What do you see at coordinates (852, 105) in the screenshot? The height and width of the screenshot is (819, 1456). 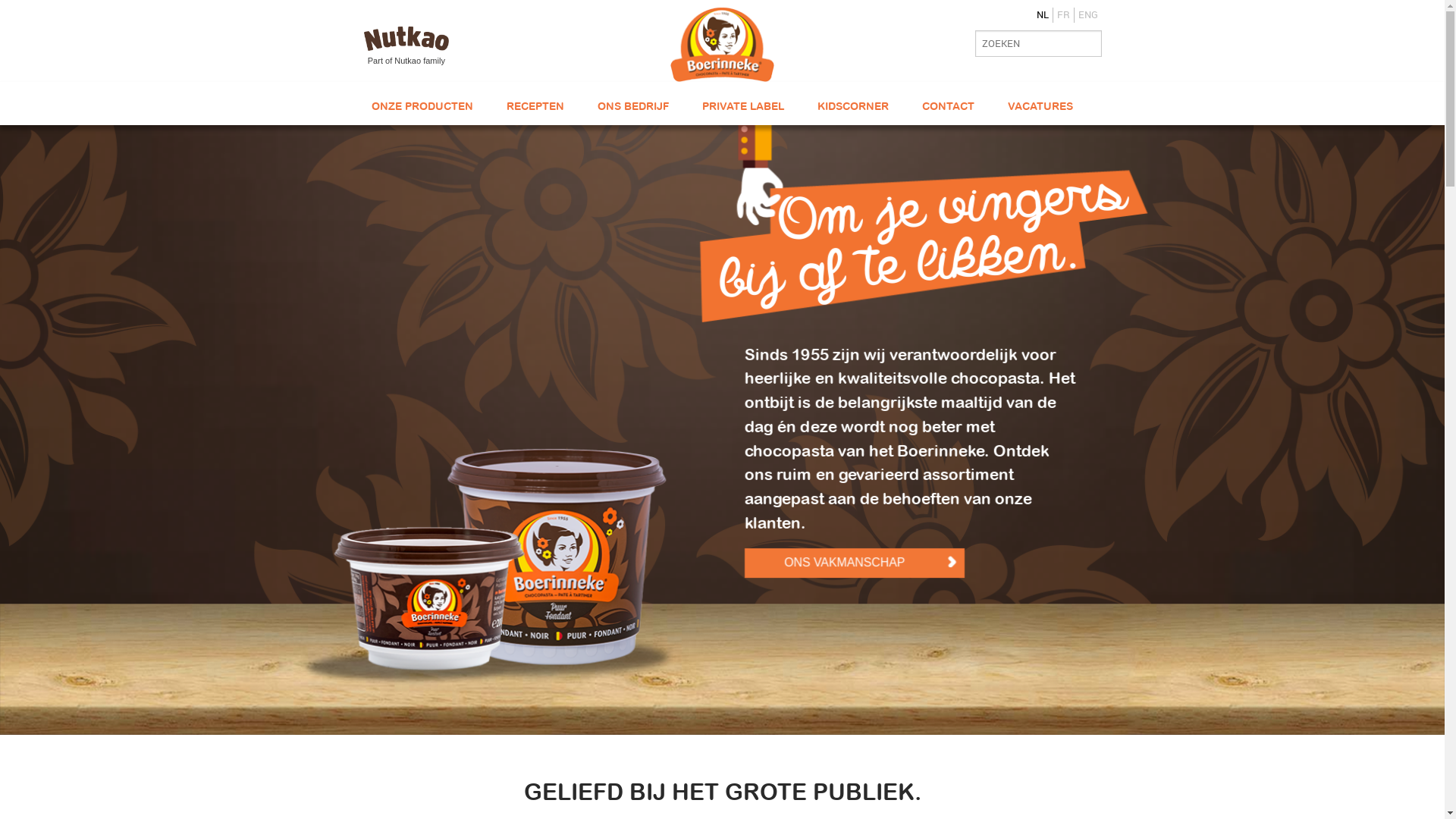 I see `'KIDSCORNER'` at bounding box center [852, 105].